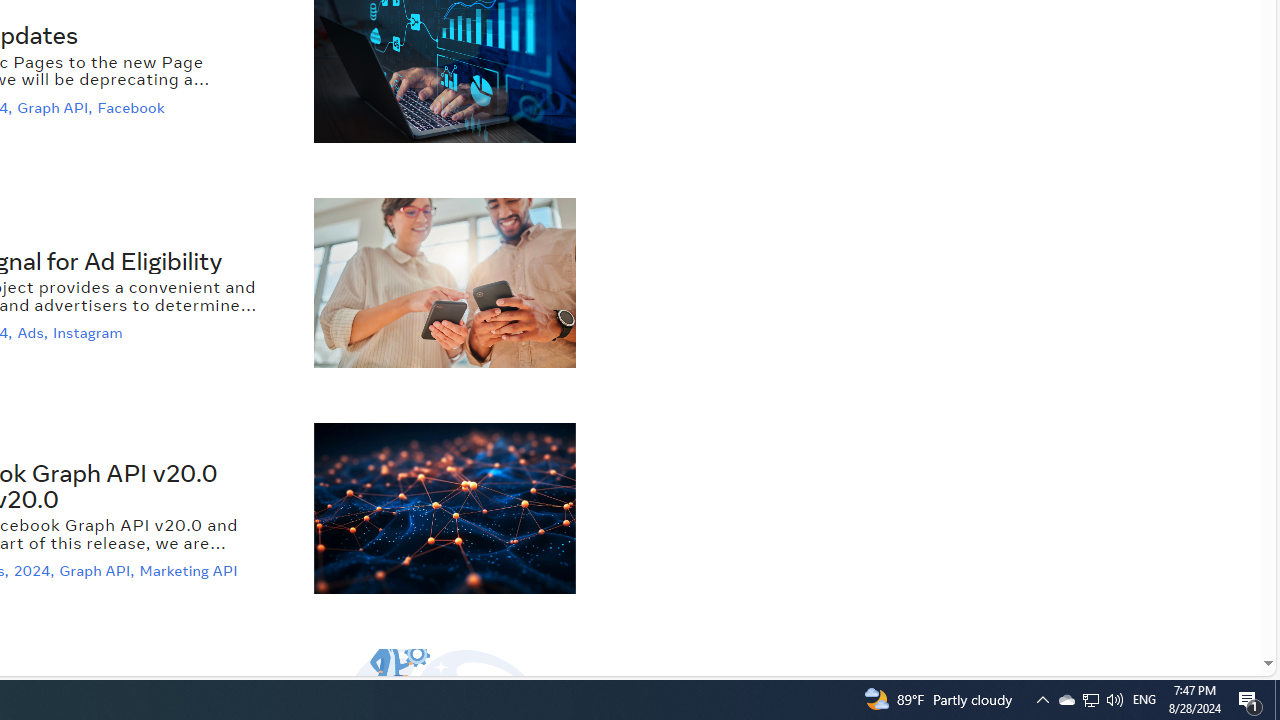 The width and height of the screenshot is (1280, 720). Describe the element at coordinates (132, 107) in the screenshot. I see `'Facebook'` at that location.